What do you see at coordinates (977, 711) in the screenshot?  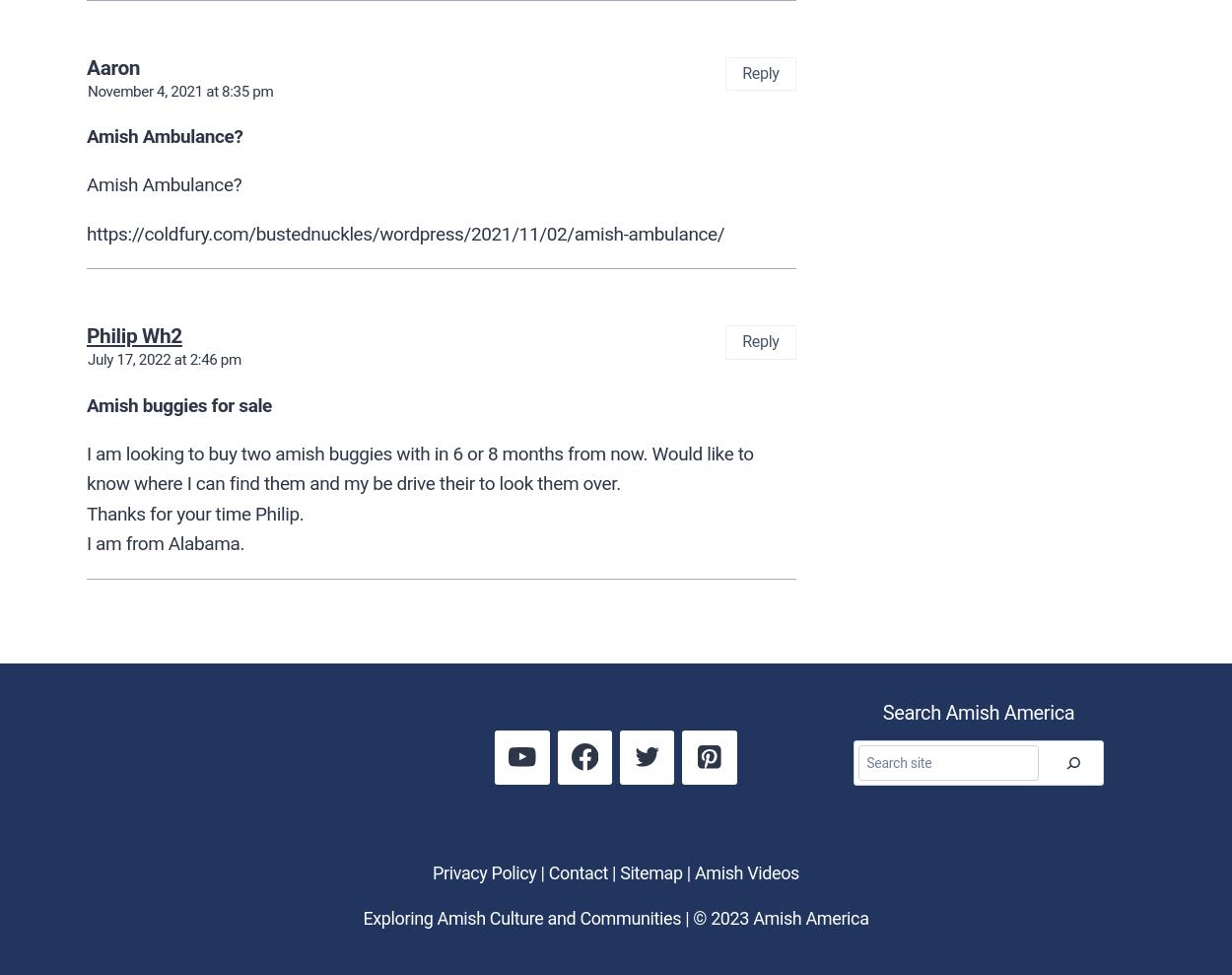 I see `'Search Amish America'` at bounding box center [977, 711].